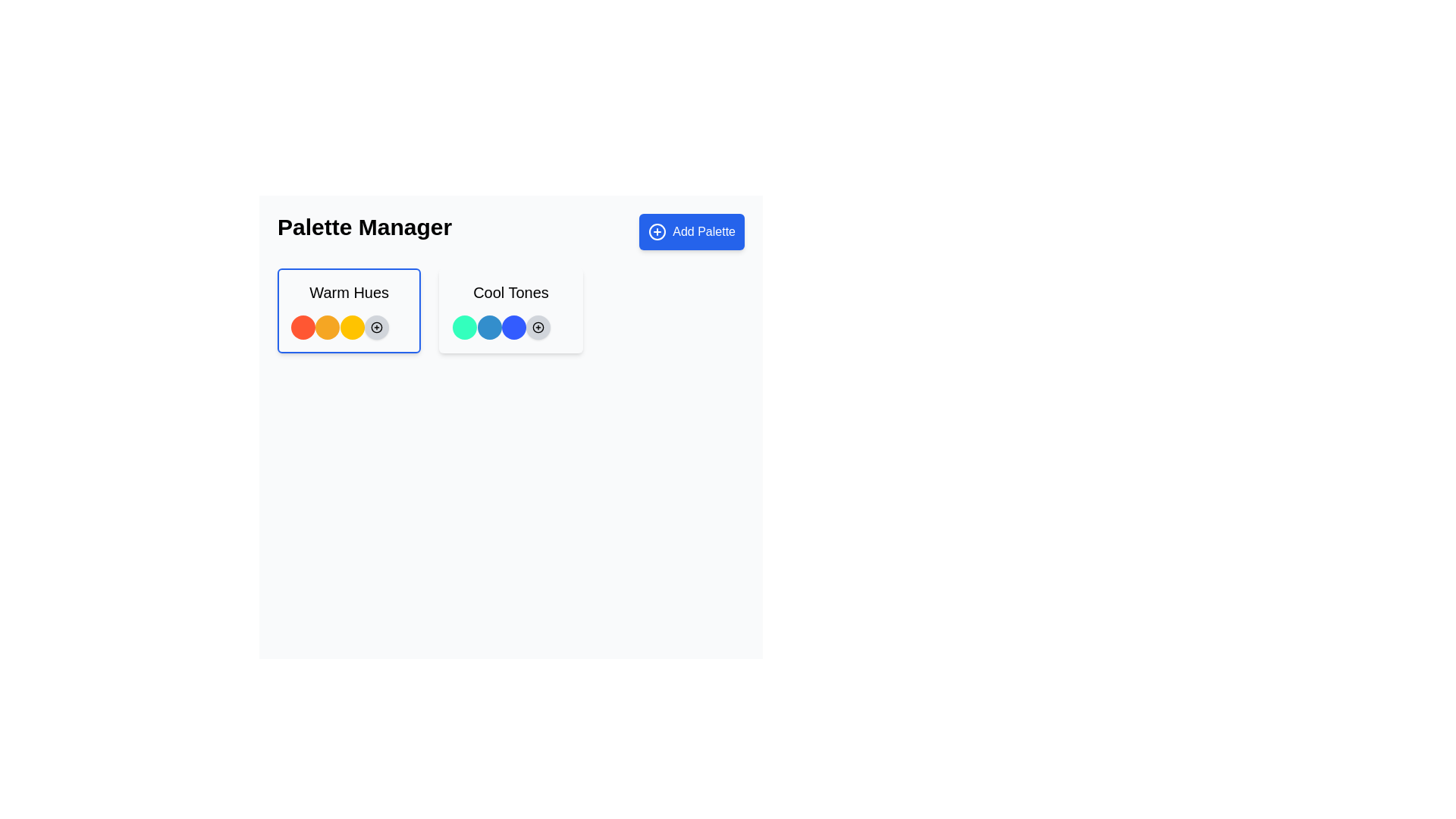 This screenshot has width=1456, height=819. What do you see at coordinates (327, 327) in the screenshot?
I see `the second color swatch in the 'Warm Hues' palette, which is an orange circular item located between the red and yellow swatches` at bounding box center [327, 327].